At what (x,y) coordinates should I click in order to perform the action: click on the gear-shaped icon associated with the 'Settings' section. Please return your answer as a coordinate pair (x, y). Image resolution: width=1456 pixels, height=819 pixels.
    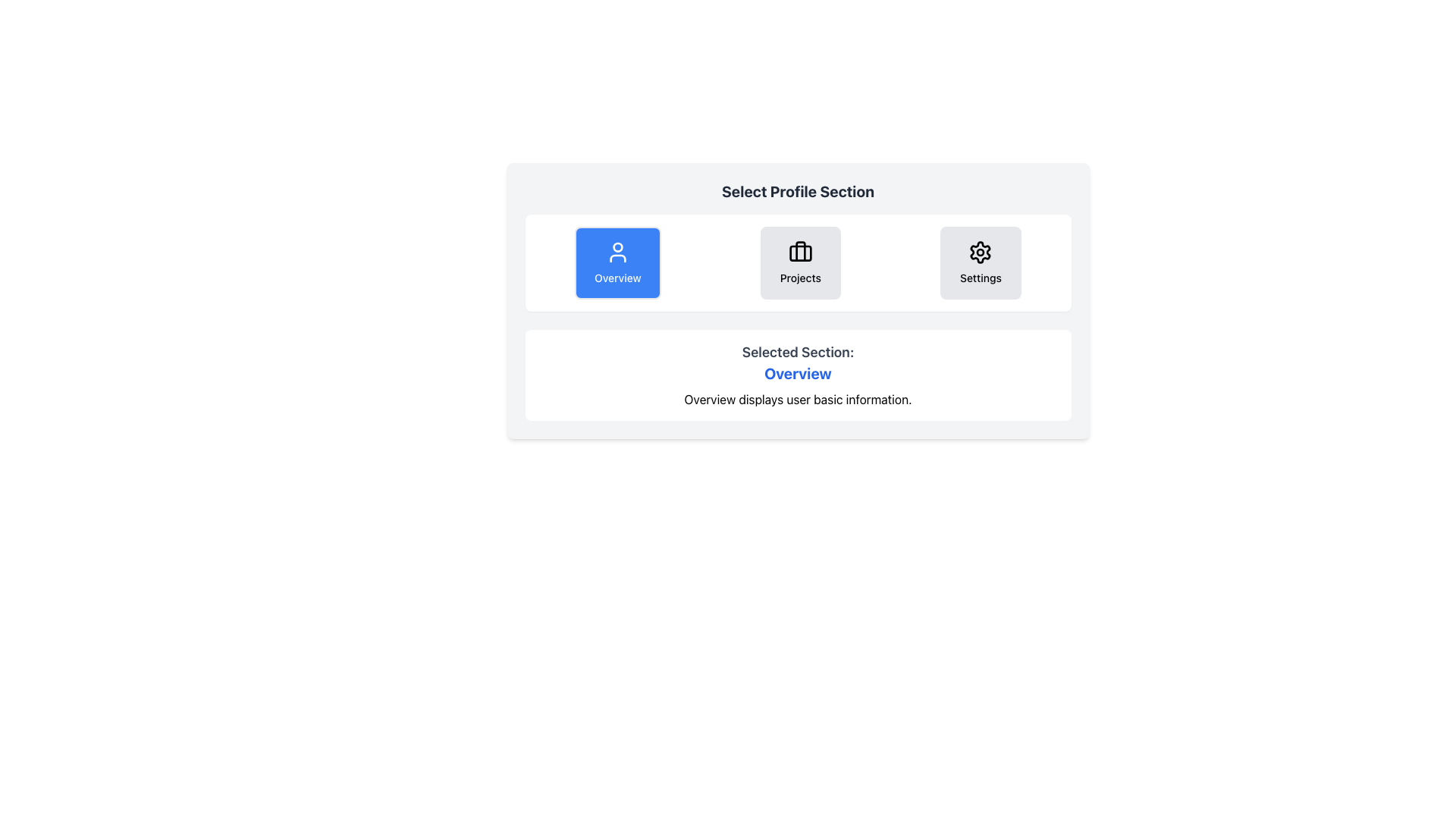
    Looking at the image, I should click on (981, 251).